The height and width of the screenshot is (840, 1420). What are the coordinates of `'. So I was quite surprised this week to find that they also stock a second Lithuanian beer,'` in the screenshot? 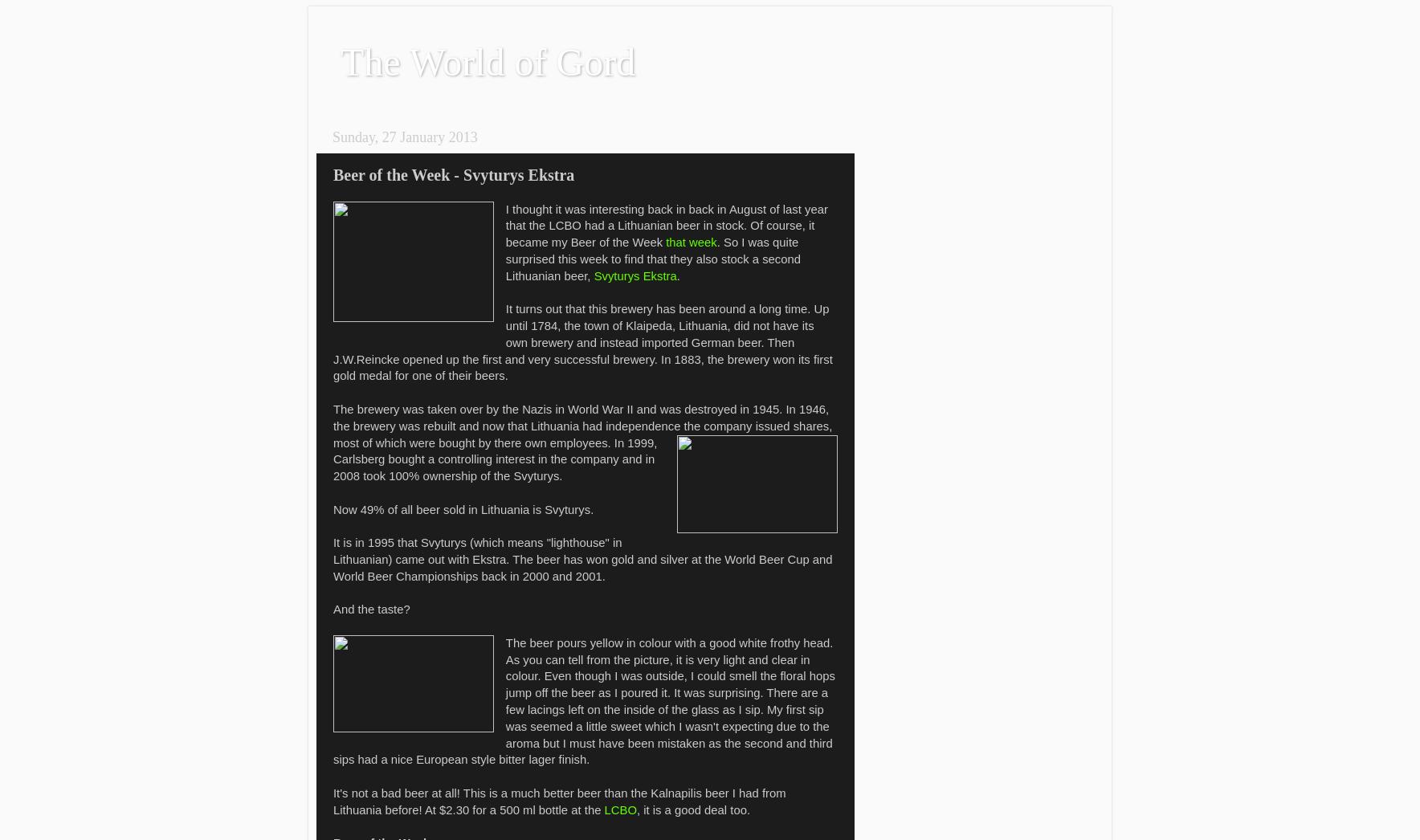 It's located at (504, 258).